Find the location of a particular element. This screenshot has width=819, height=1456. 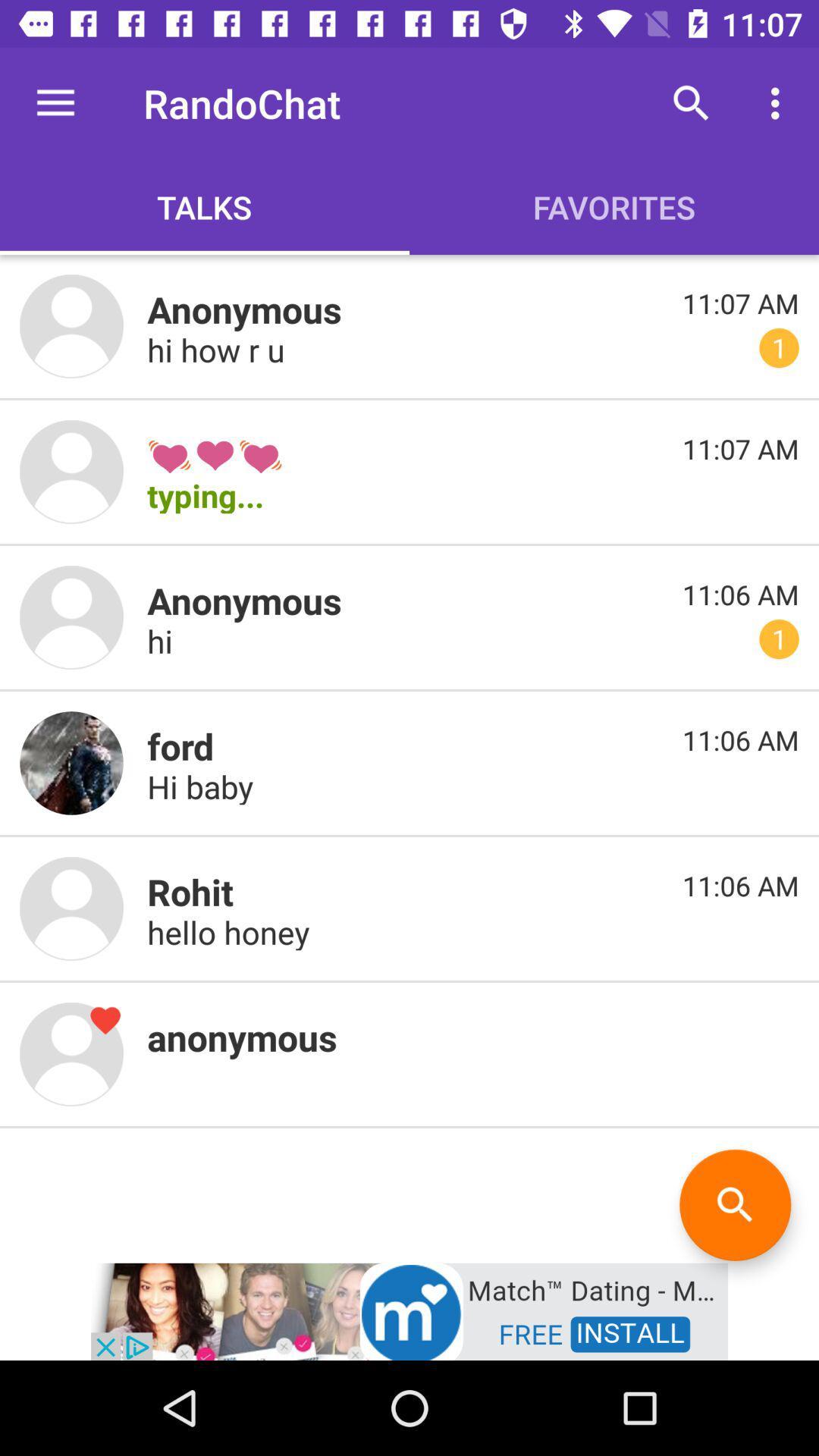

search is located at coordinates (734, 1204).